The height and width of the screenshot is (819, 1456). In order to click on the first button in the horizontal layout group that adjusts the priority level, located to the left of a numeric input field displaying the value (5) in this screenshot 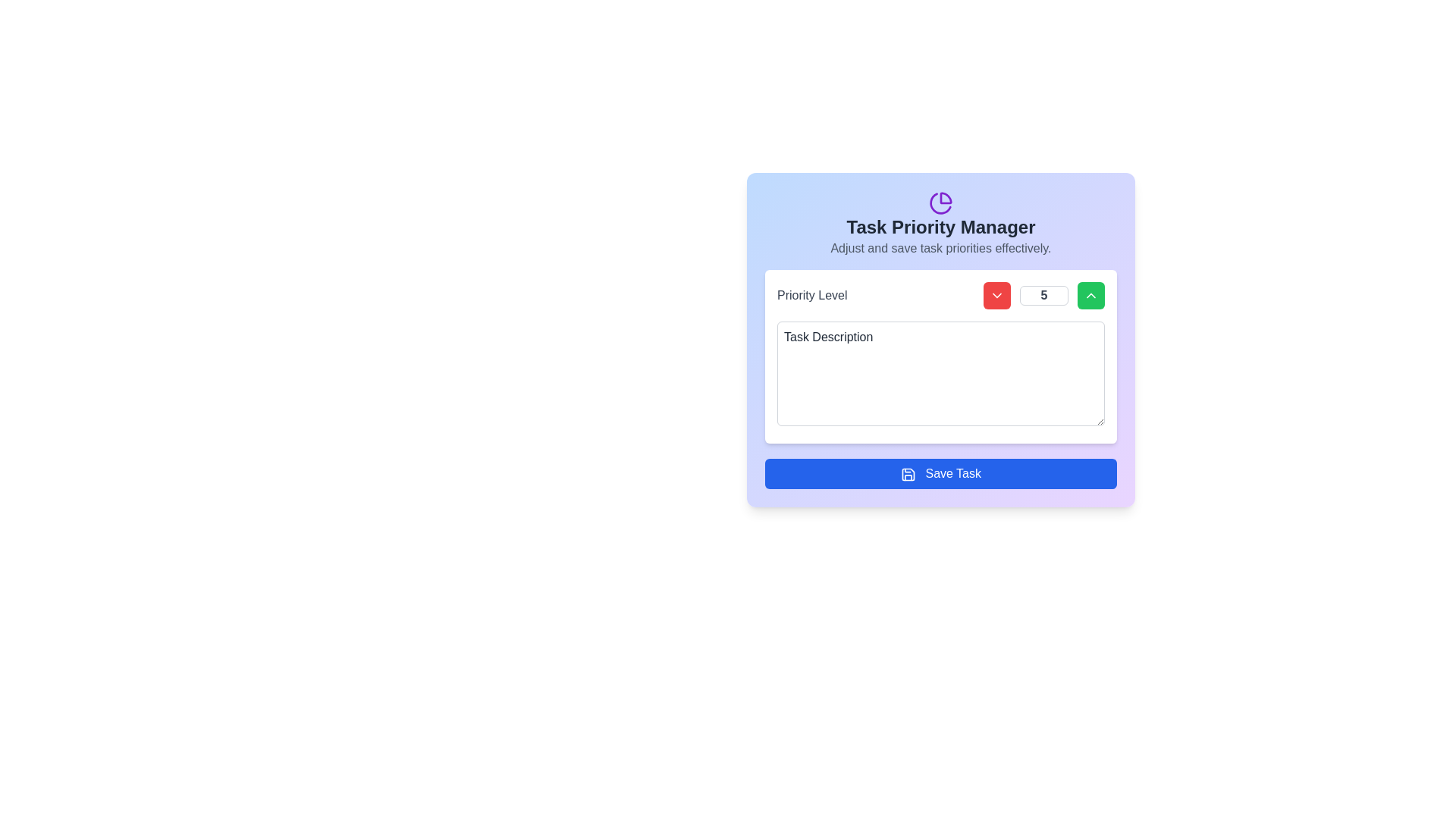, I will do `click(997, 295)`.